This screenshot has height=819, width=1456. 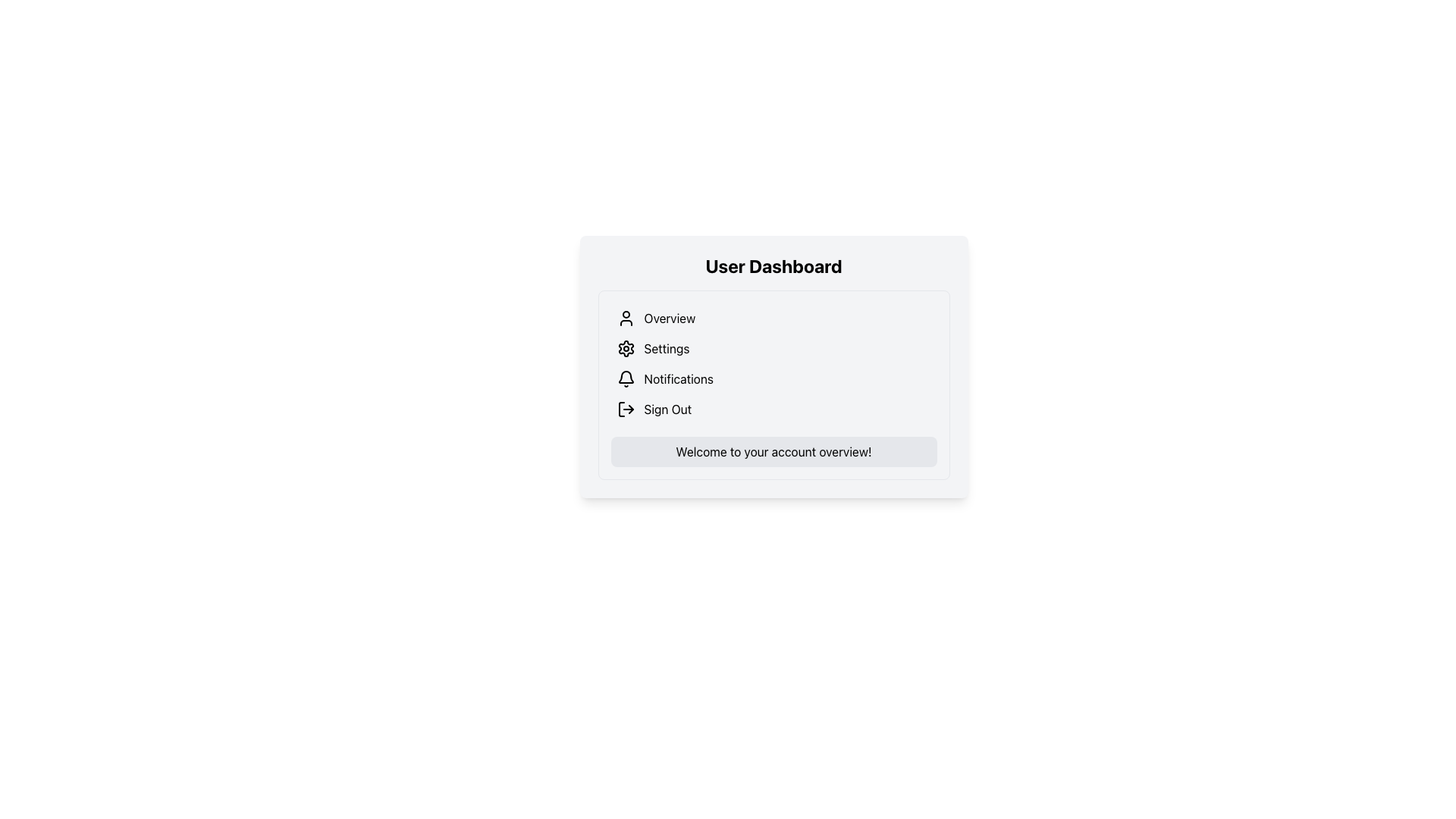 What do you see at coordinates (626, 378) in the screenshot?
I see `the 'Notifications' menu item by clicking on the icon, which is the first component of the menu under 'User Dashboard'` at bounding box center [626, 378].